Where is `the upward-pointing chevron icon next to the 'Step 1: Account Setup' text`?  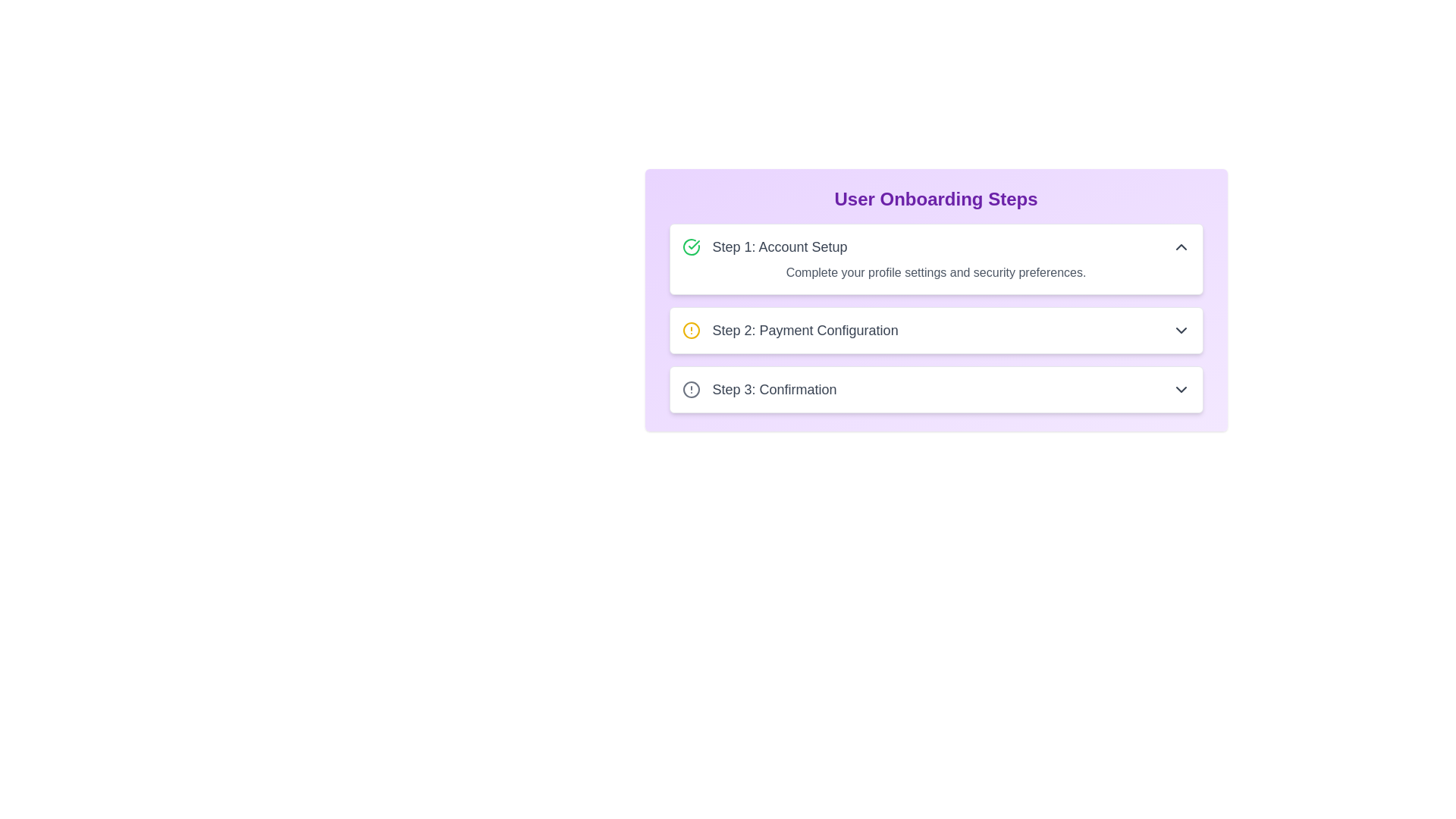
the upward-pointing chevron icon next to the 'Step 1: Account Setup' text is located at coordinates (1180, 246).